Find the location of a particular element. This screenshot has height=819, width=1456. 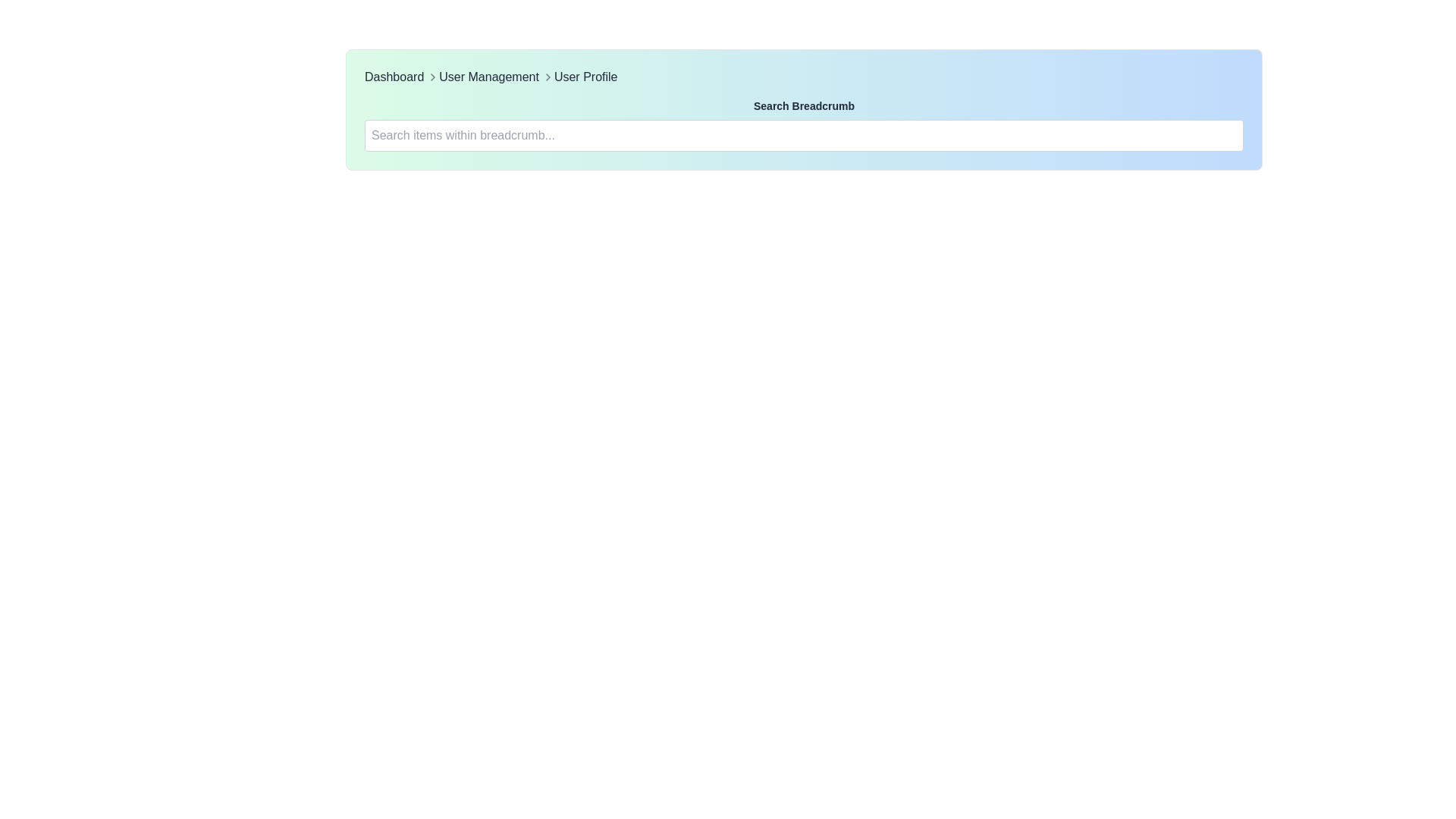

the 'User Management' link in the breadcrumb navigation is located at coordinates (489, 77).